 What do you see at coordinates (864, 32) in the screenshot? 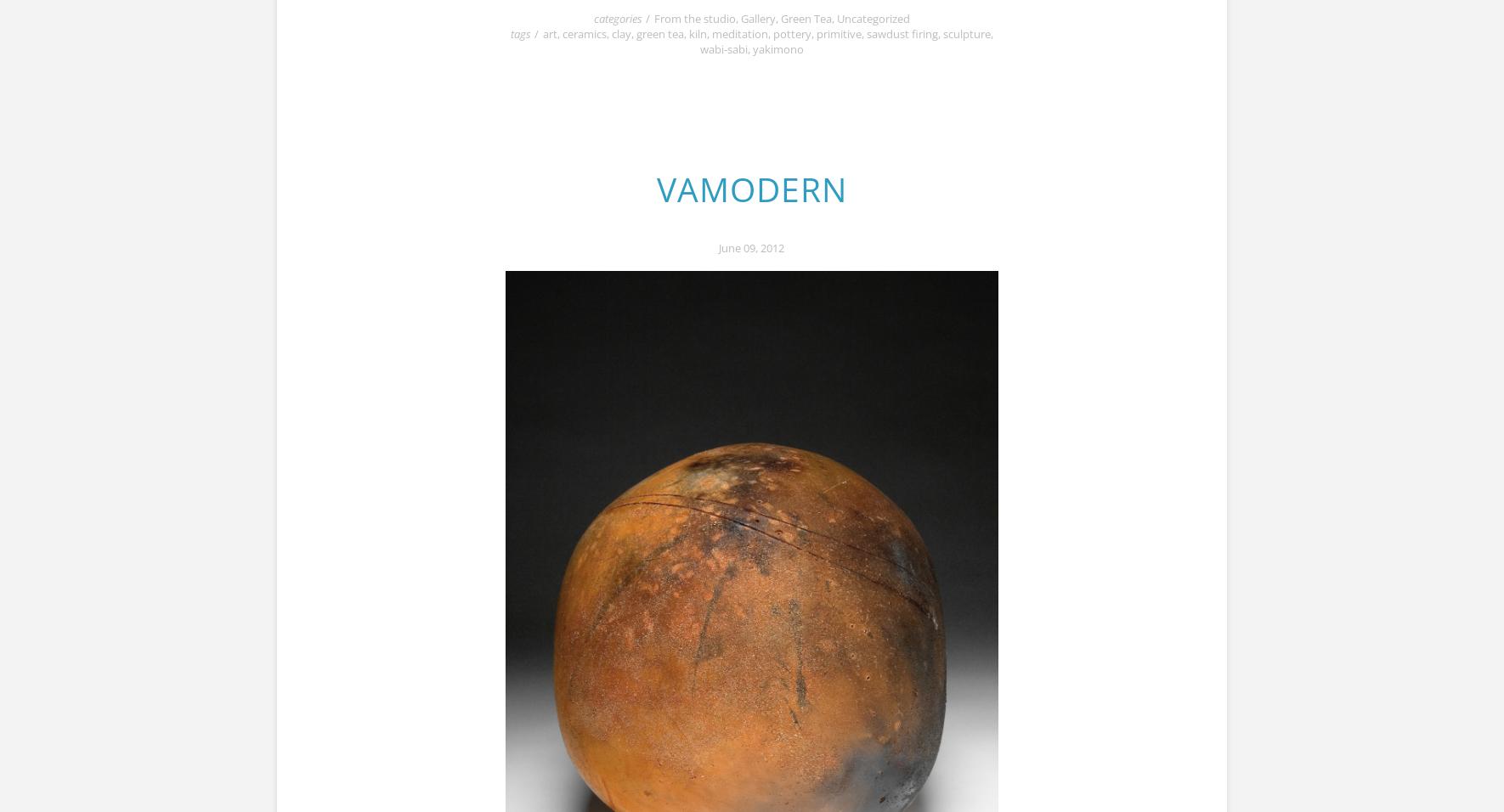
I see `'sawdust firing'` at bounding box center [864, 32].